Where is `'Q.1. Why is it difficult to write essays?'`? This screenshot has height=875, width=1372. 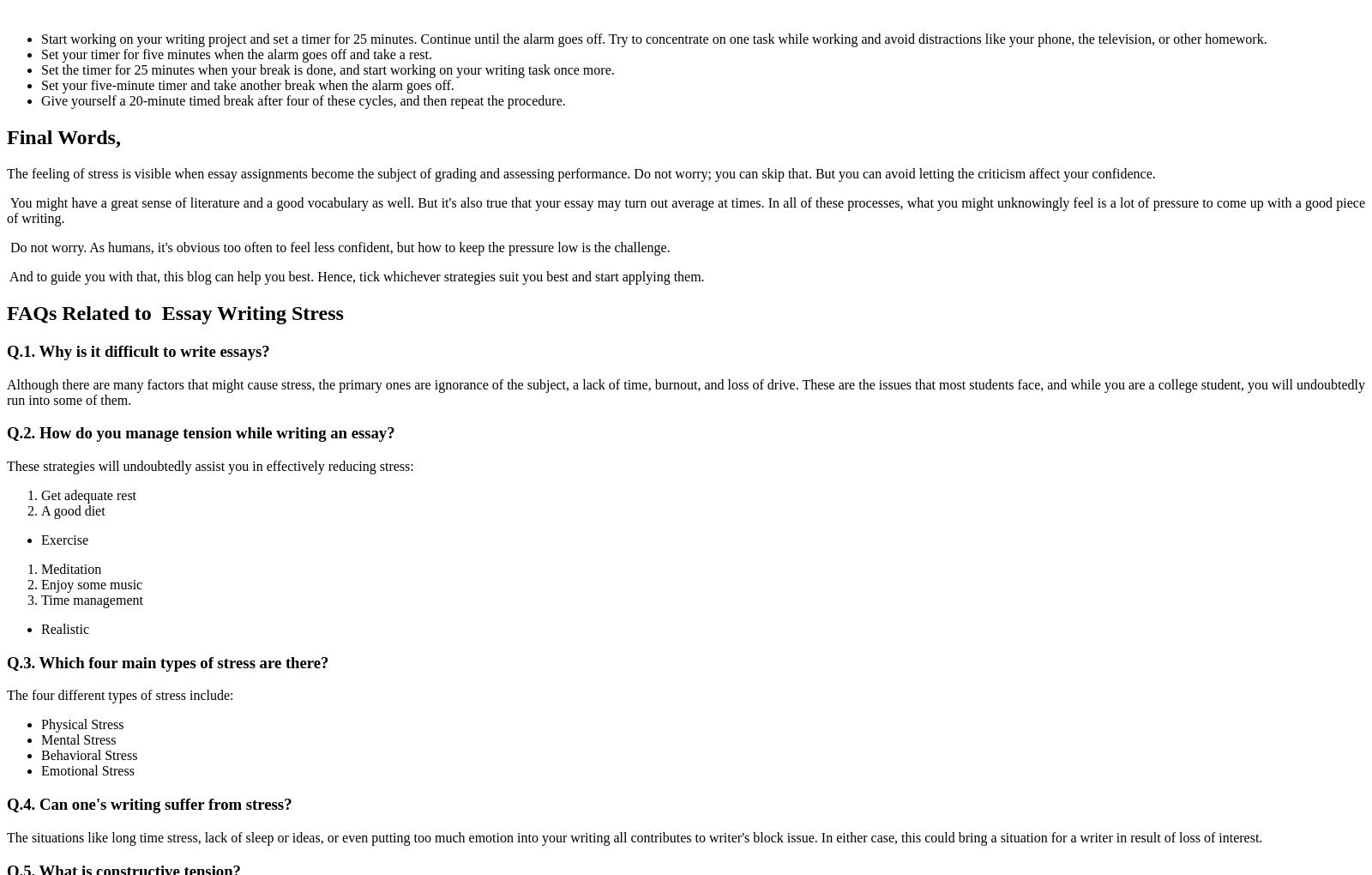
'Q.1. Why is it difficult to write essays?' is located at coordinates (136, 350).